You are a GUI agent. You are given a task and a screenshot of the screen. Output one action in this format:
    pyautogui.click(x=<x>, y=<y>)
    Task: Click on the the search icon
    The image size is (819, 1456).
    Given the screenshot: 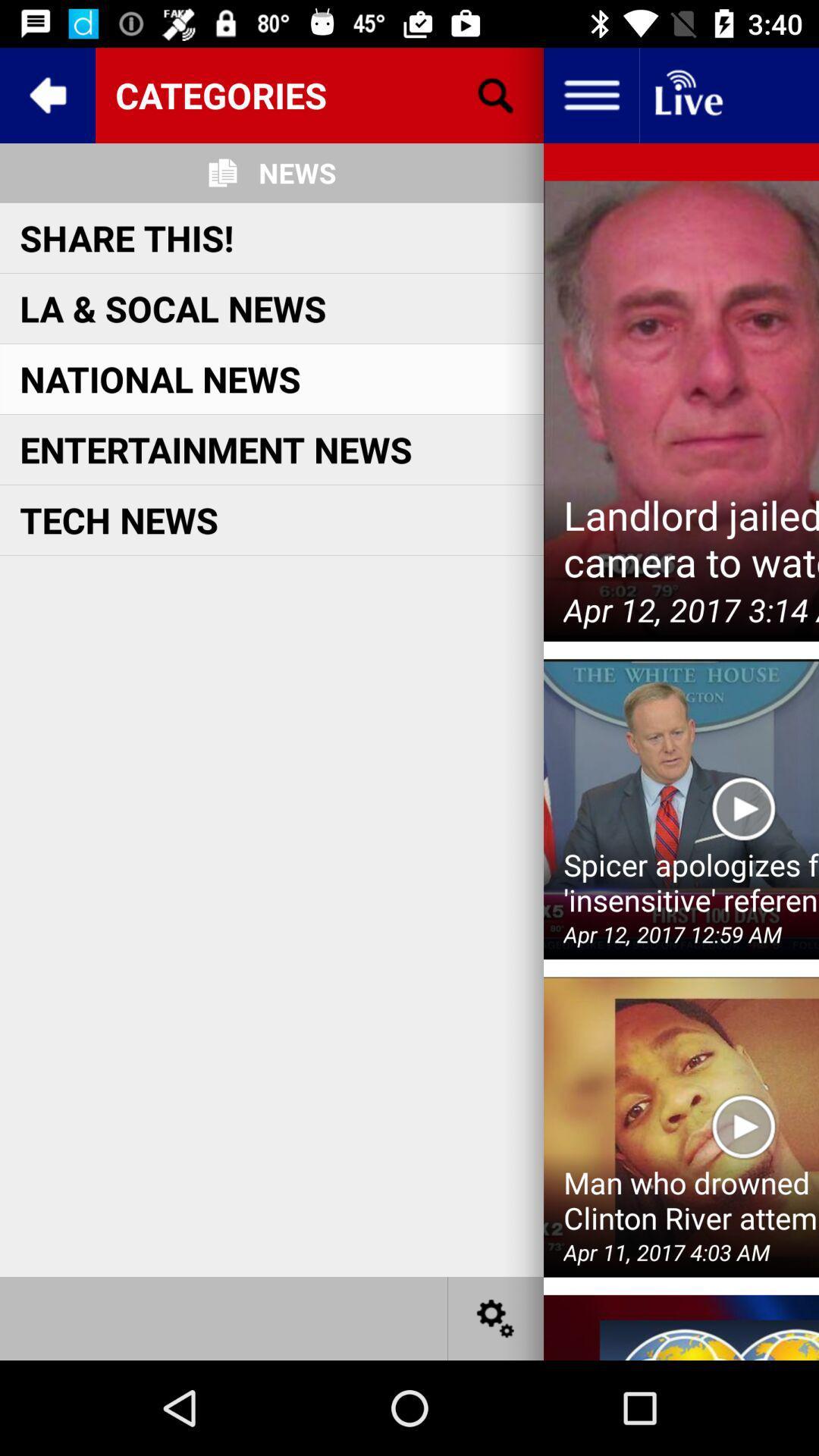 What is the action you would take?
    pyautogui.click(x=496, y=94)
    